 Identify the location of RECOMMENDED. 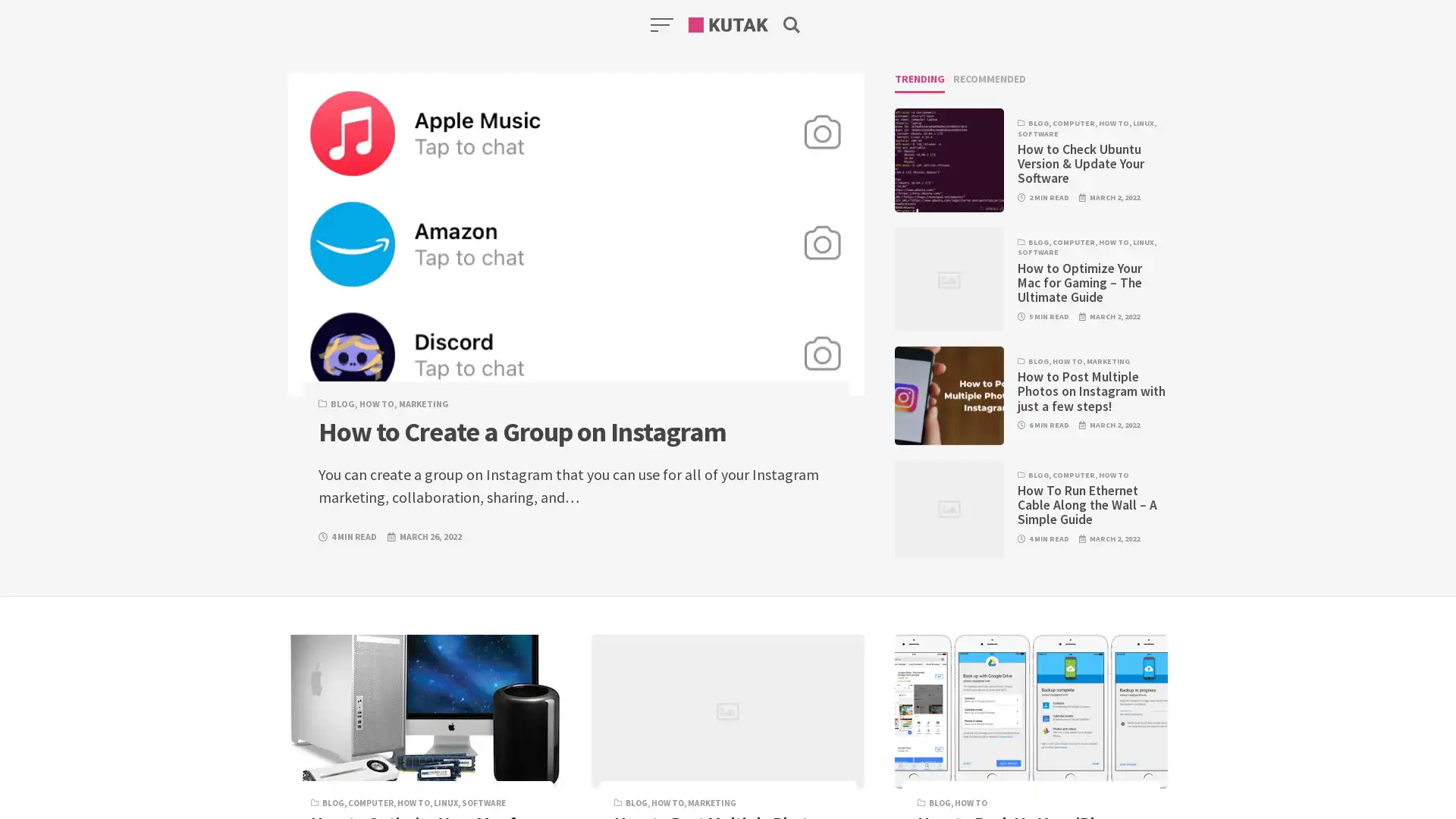
(990, 82).